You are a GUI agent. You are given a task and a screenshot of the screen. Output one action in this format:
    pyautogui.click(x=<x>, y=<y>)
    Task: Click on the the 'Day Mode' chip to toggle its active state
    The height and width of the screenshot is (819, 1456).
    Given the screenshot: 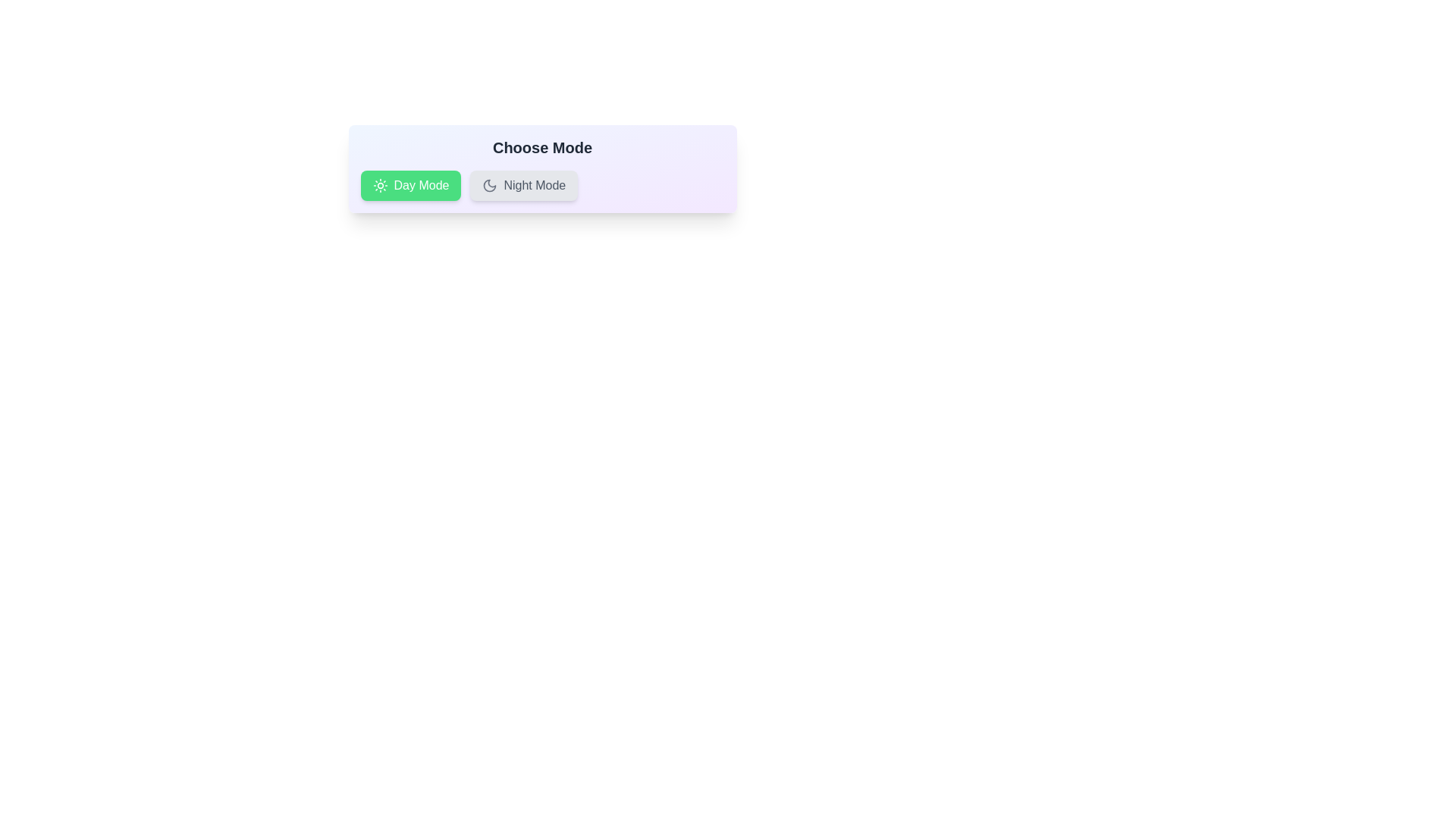 What is the action you would take?
    pyautogui.click(x=411, y=185)
    